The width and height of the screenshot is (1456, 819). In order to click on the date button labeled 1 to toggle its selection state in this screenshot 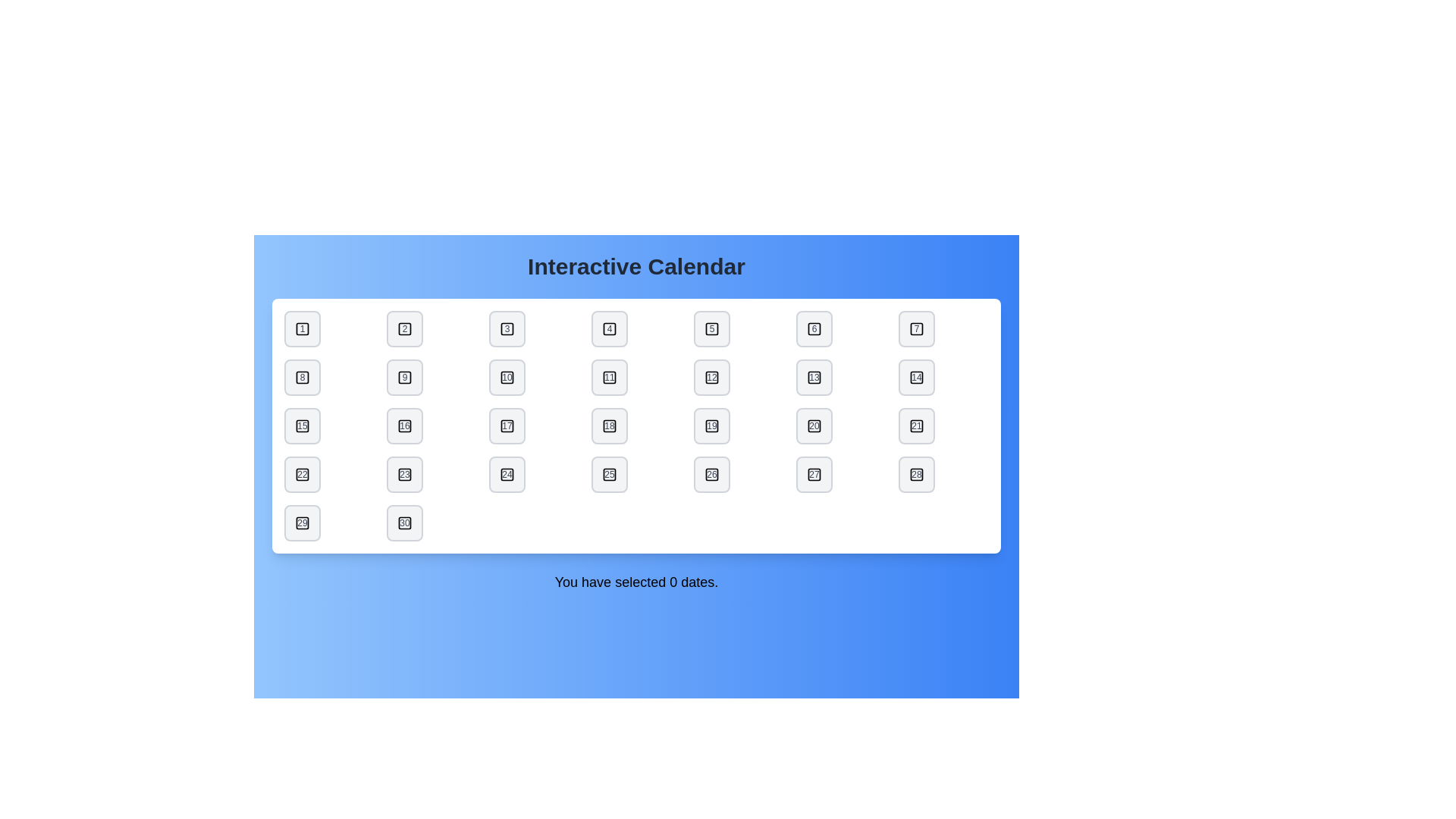, I will do `click(302, 328)`.